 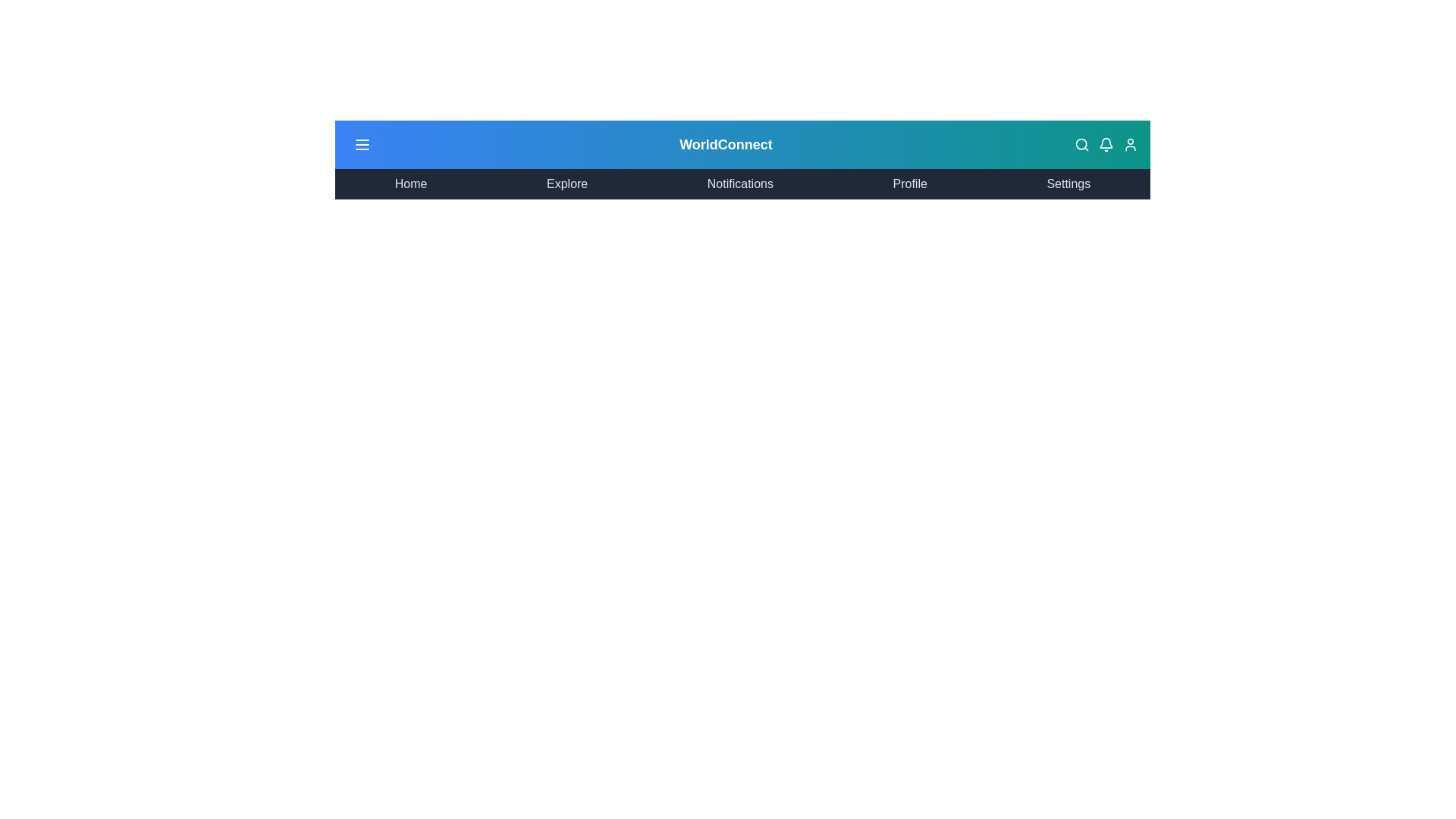 What do you see at coordinates (1106, 145) in the screenshot?
I see `the notifications icon in the top-right corner of the GlobalAppBar` at bounding box center [1106, 145].